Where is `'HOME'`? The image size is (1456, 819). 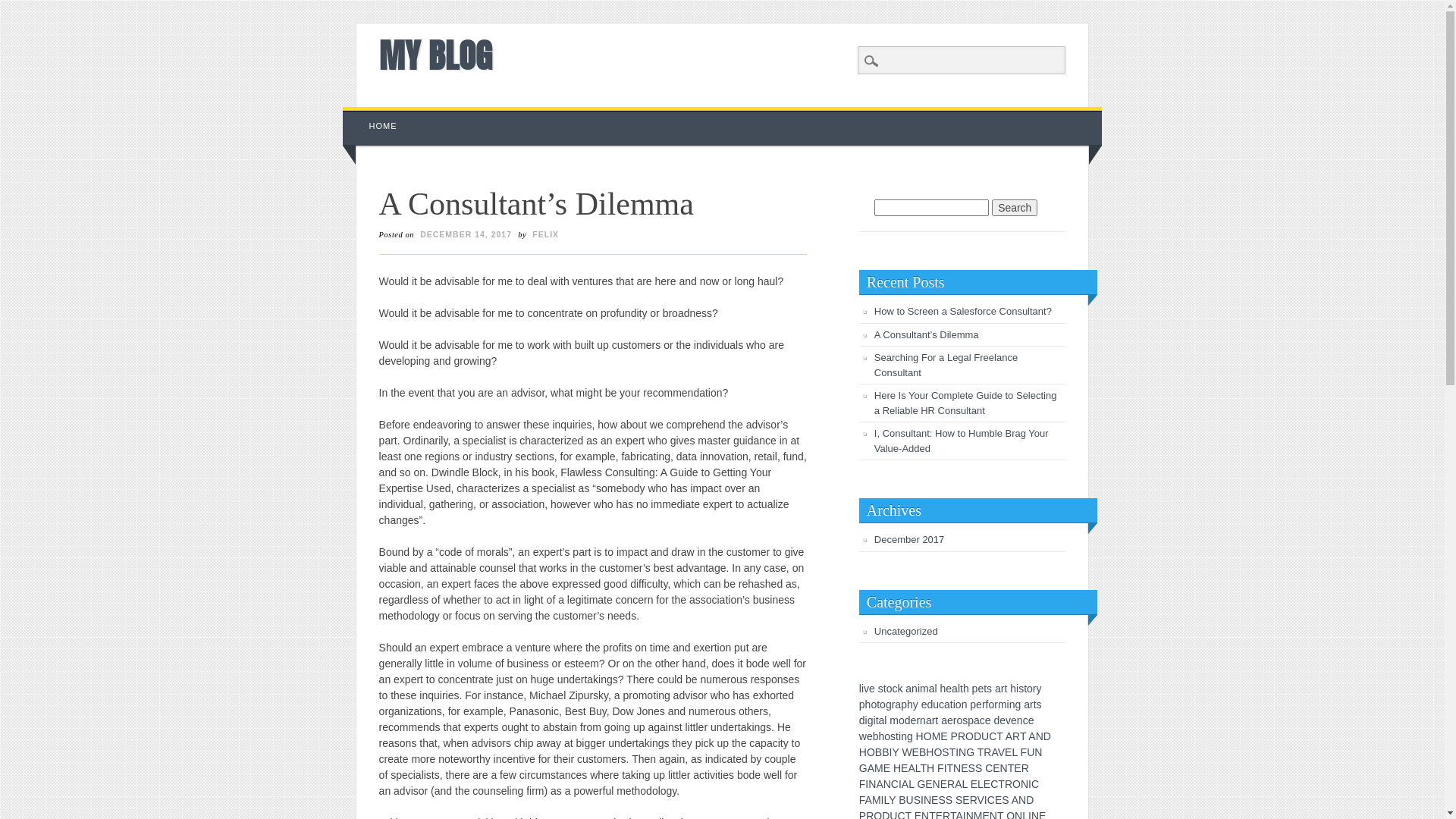
'HOME' is located at coordinates (383, 125).